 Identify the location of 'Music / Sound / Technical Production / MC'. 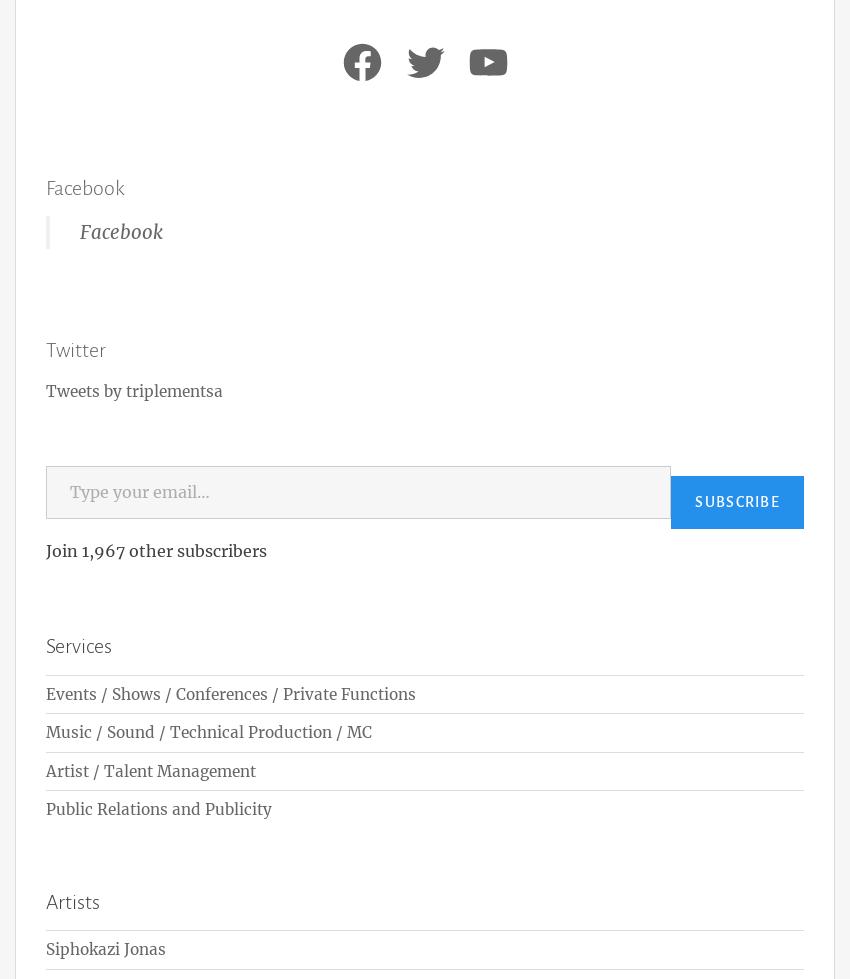
(208, 731).